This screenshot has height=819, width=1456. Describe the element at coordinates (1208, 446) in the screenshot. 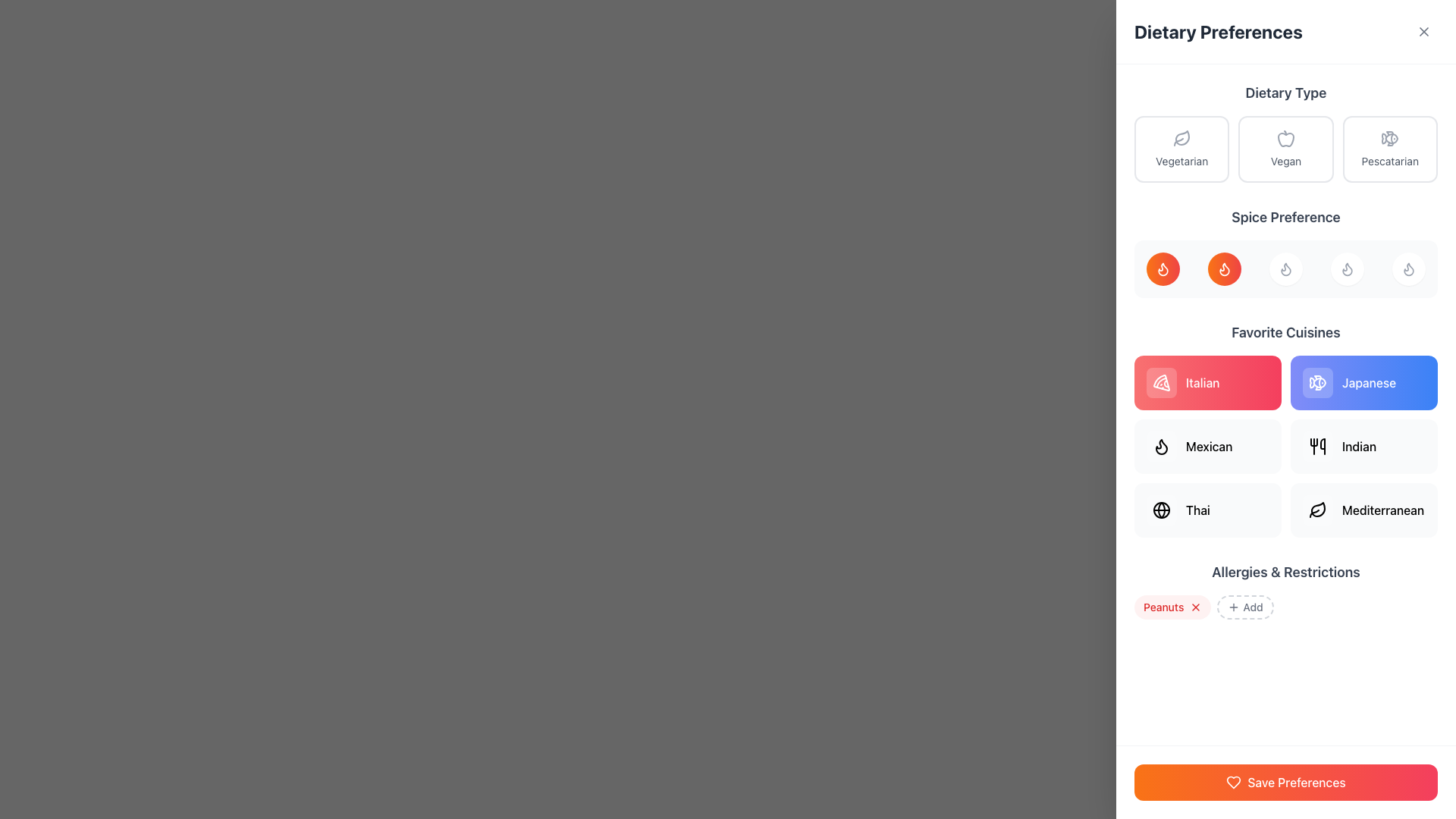

I see `the 'Mexican' cuisine text label in the second row of the 'Favorite Cuisines' section` at that location.